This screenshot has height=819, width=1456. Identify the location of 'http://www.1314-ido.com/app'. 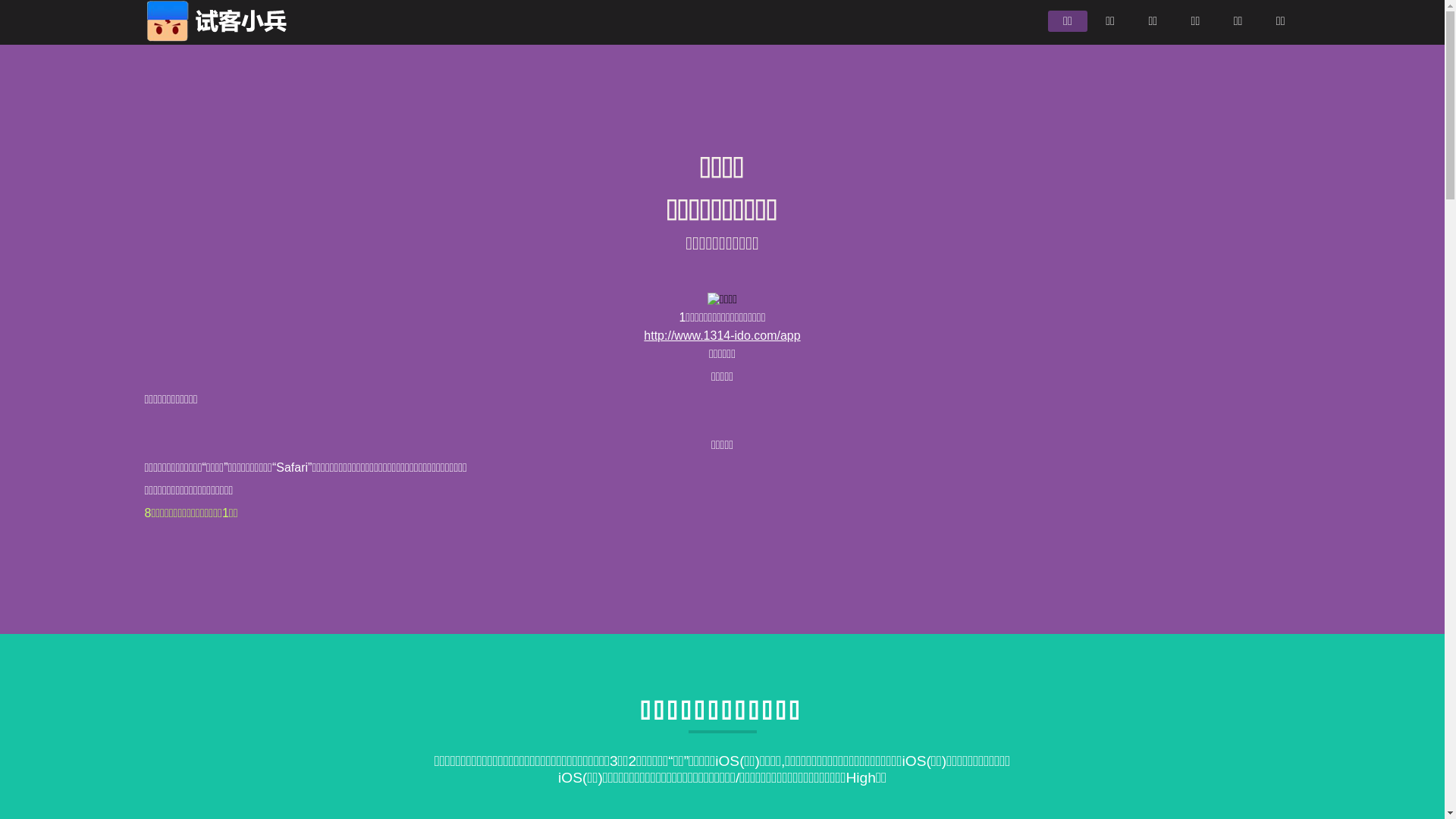
(720, 334).